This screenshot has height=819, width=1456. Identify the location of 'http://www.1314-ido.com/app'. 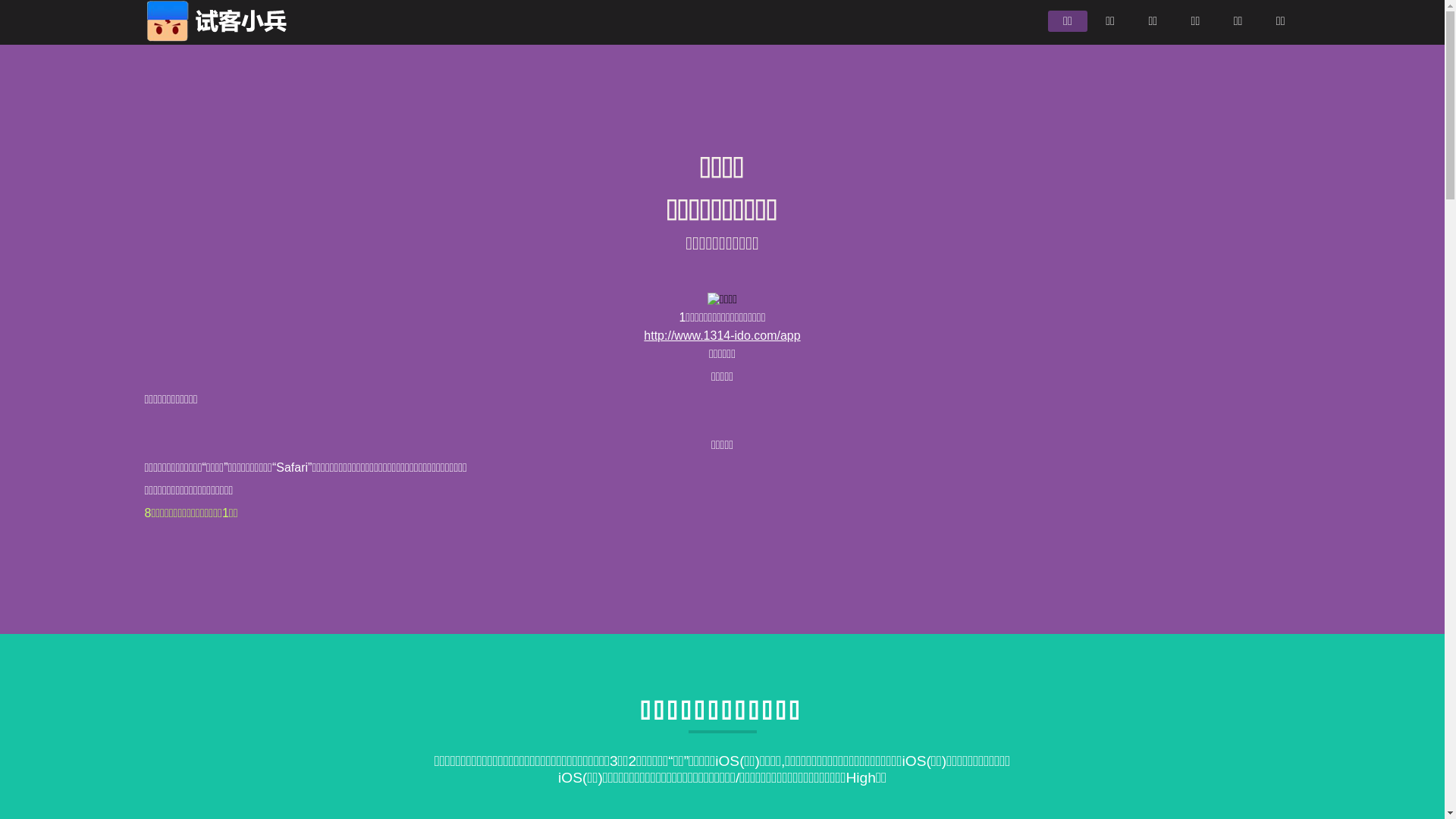
(720, 334).